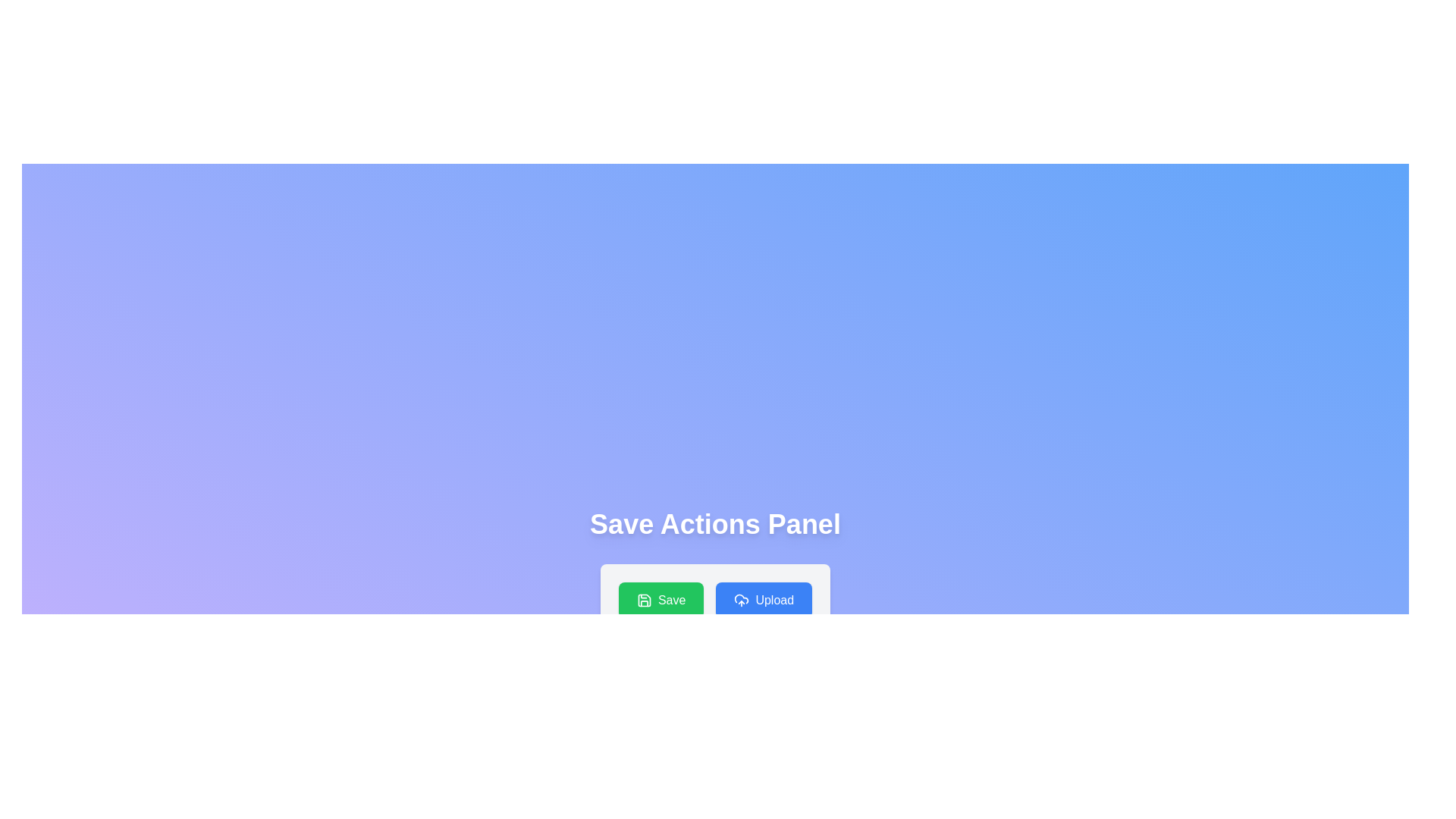  Describe the element at coordinates (644, 599) in the screenshot. I see `the 'Save' icon located inside the green 'Save' button, which is positioned to the left of the text 'Save'` at that location.